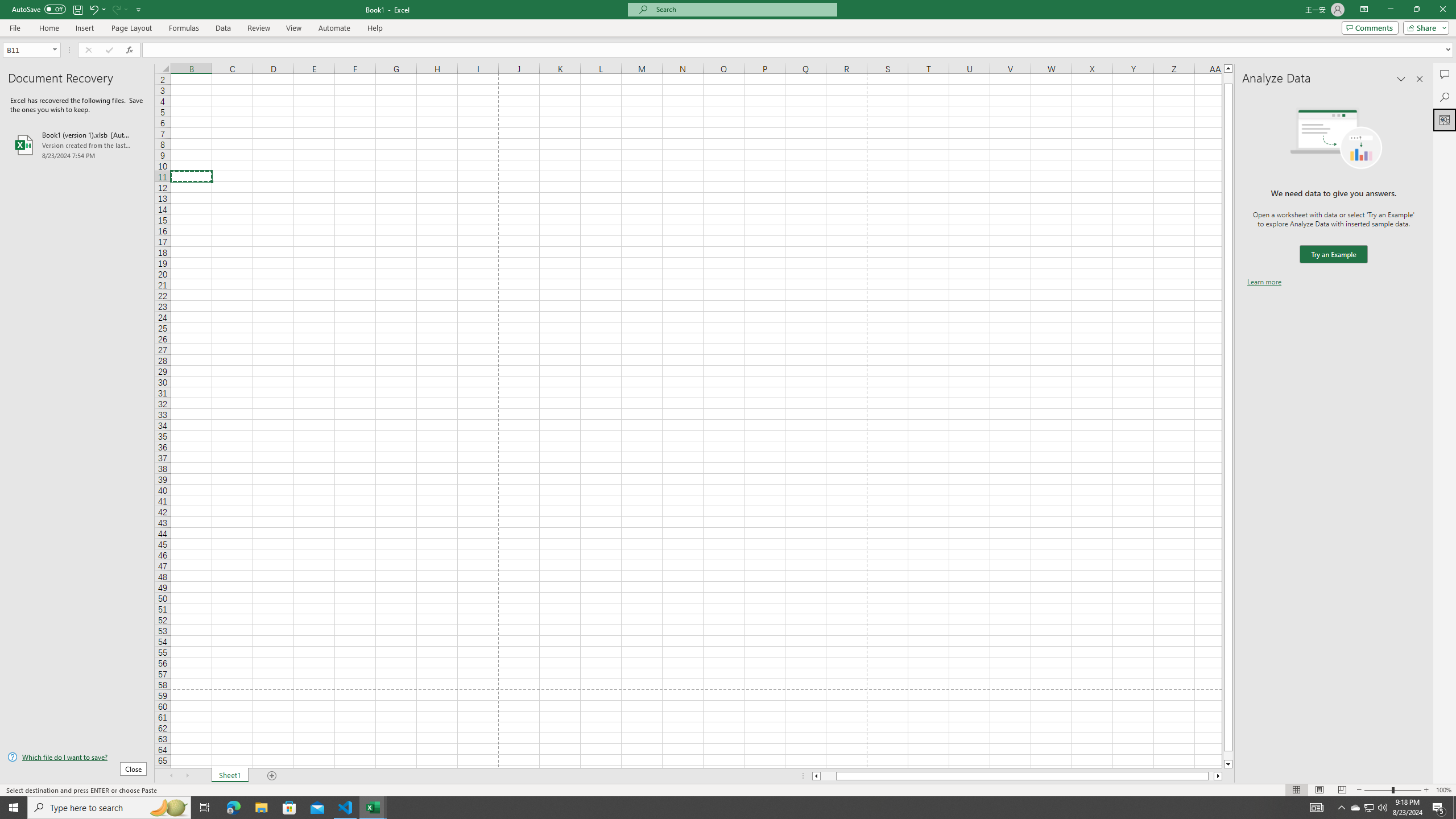  I want to click on 'Page left', so click(828, 775).